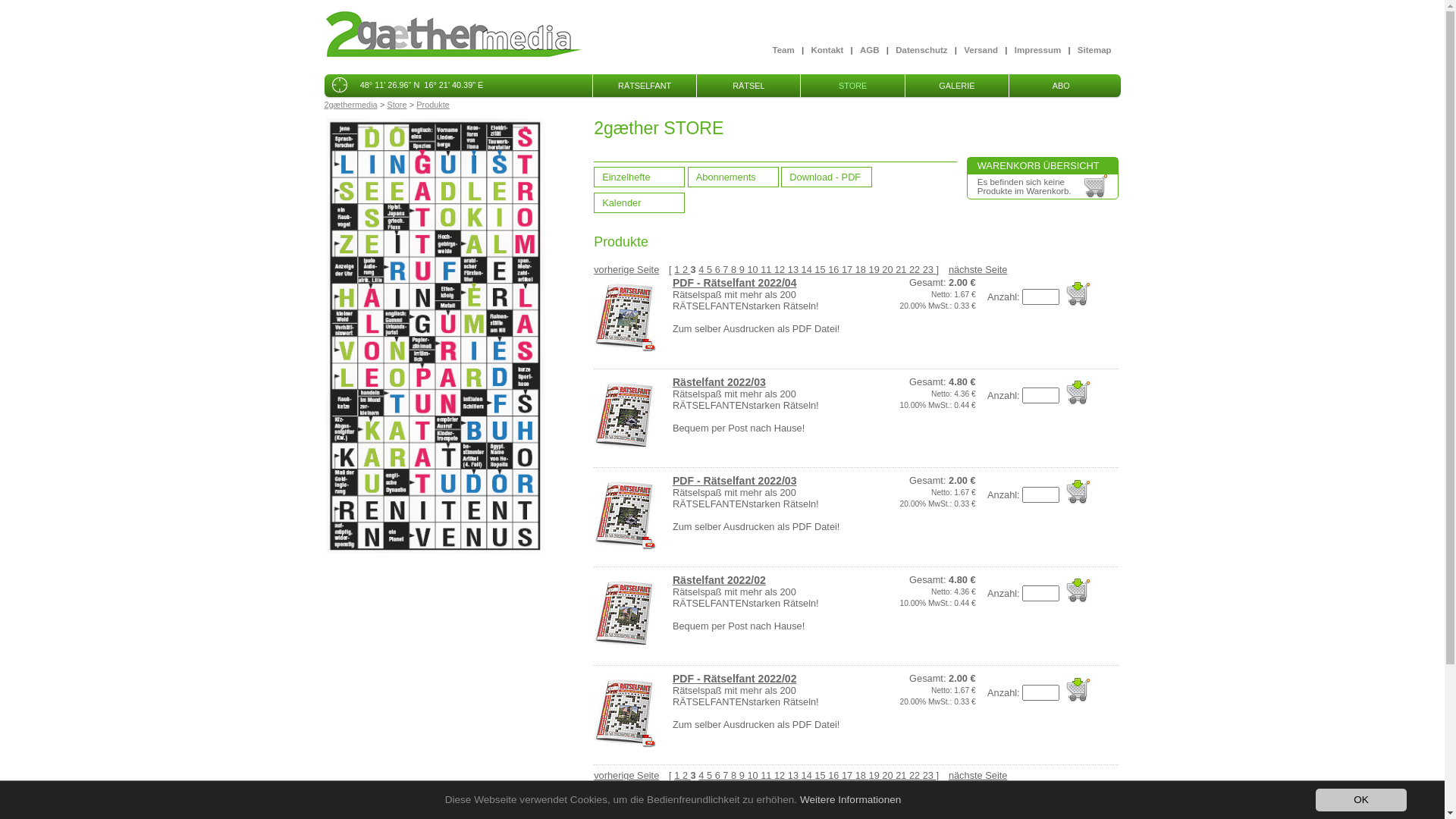  Describe the element at coordinates (833, 268) in the screenshot. I see `'16'` at that location.